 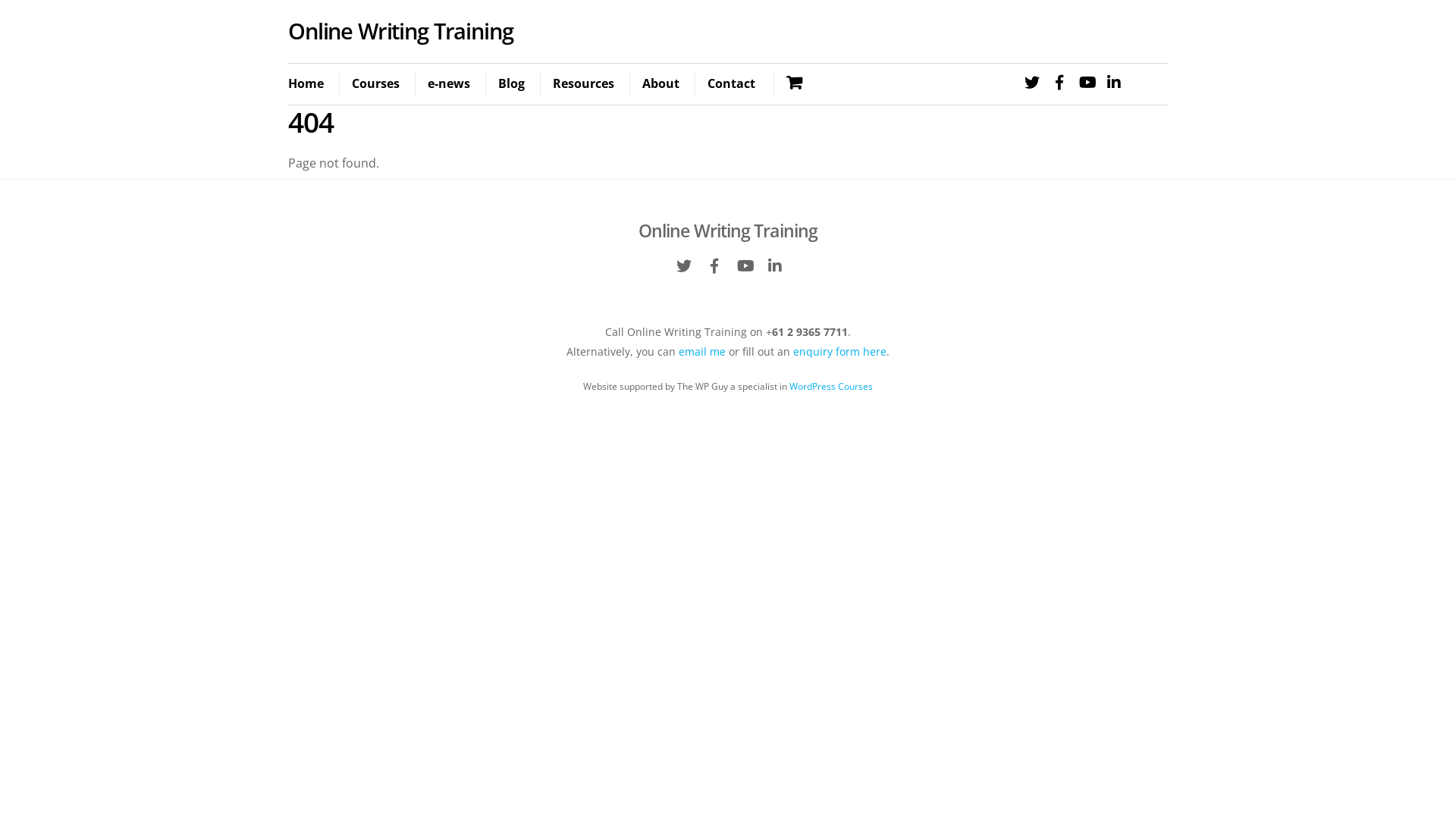 What do you see at coordinates (830, 385) in the screenshot?
I see `'WordPress Courses'` at bounding box center [830, 385].